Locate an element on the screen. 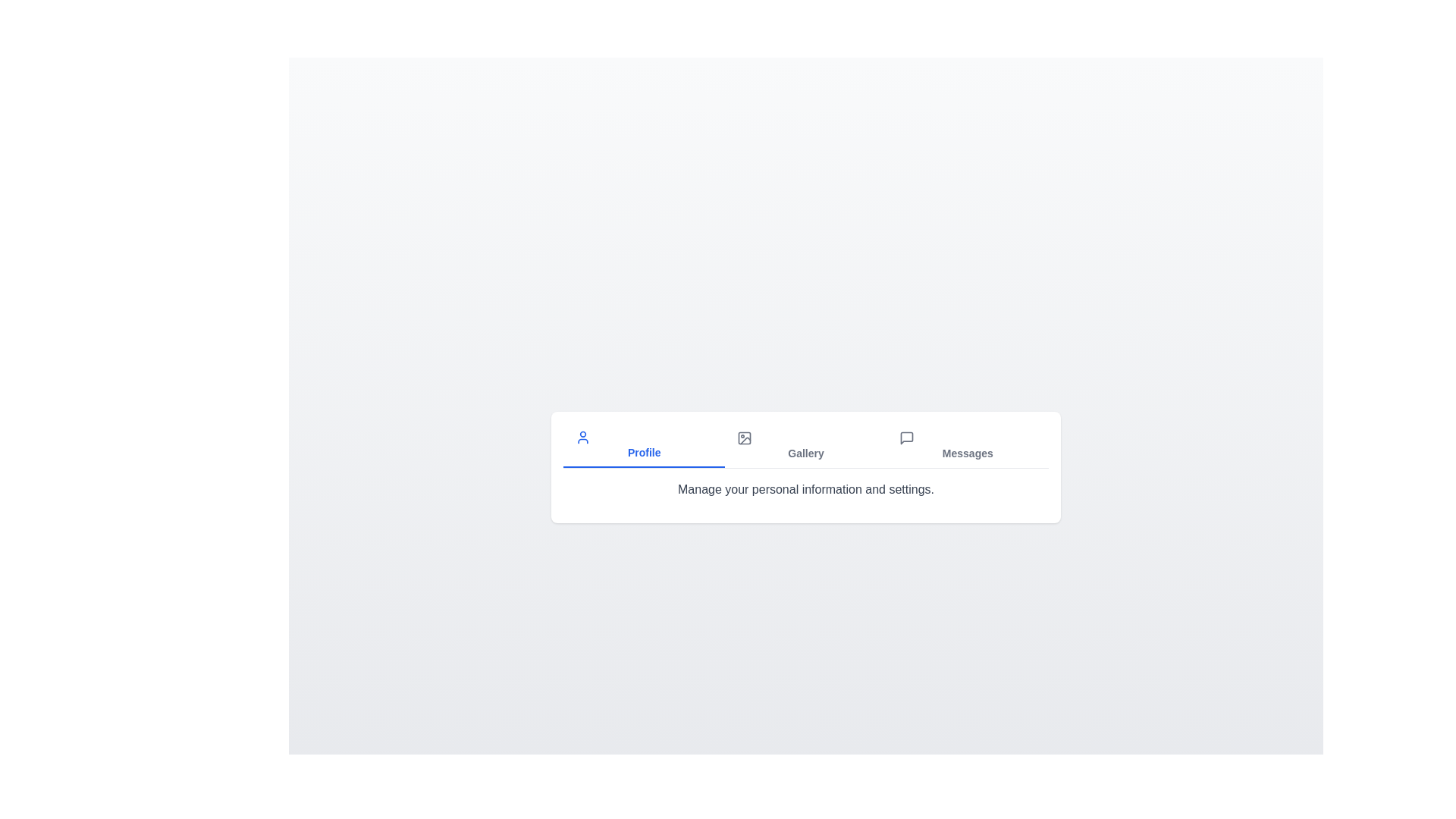 The image size is (1456, 819). the Profile tab to view its content is located at coordinates (644, 444).